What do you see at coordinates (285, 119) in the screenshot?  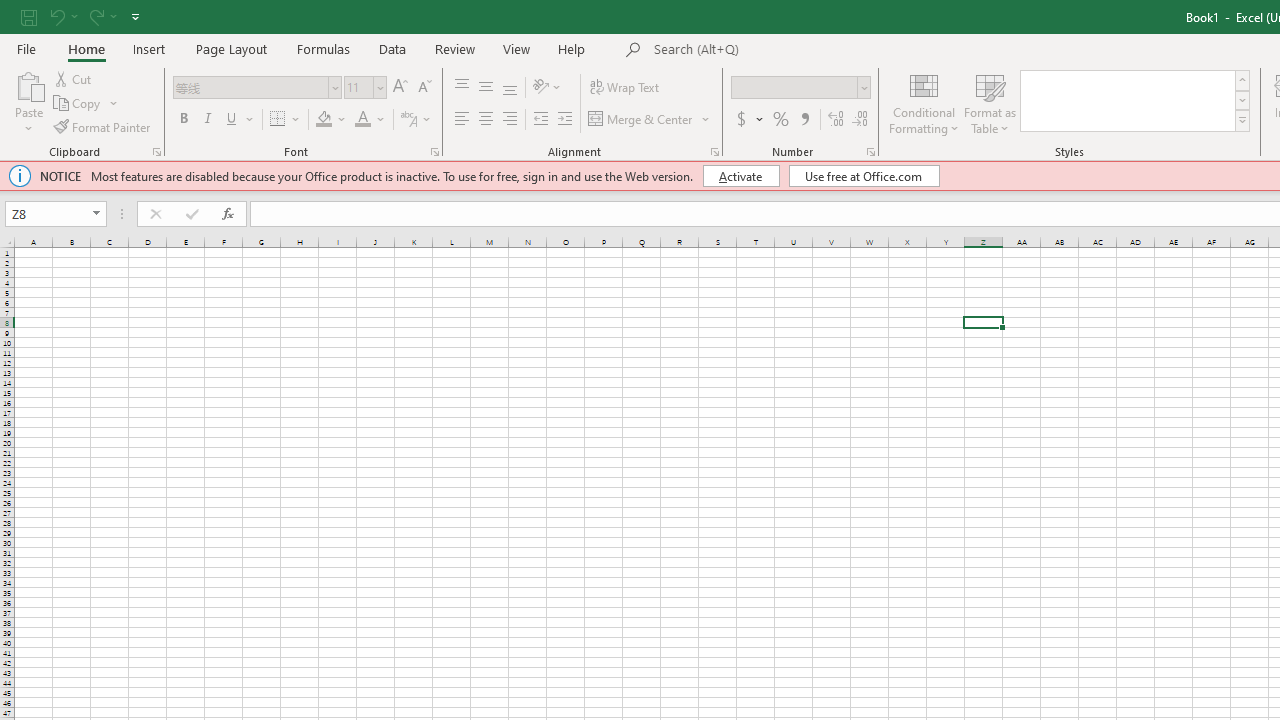 I see `'Borders'` at bounding box center [285, 119].